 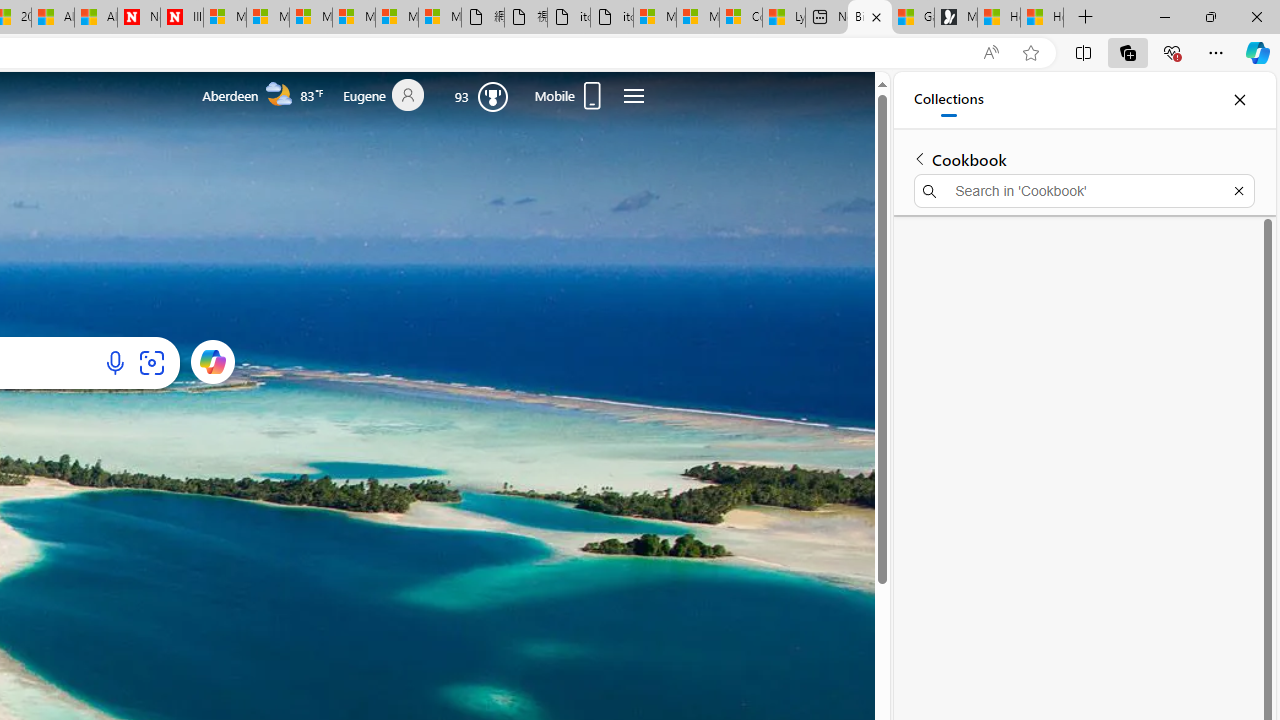 I want to click on 'itconcepthk.com/projector_solutions.mp4', so click(x=611, y=17).